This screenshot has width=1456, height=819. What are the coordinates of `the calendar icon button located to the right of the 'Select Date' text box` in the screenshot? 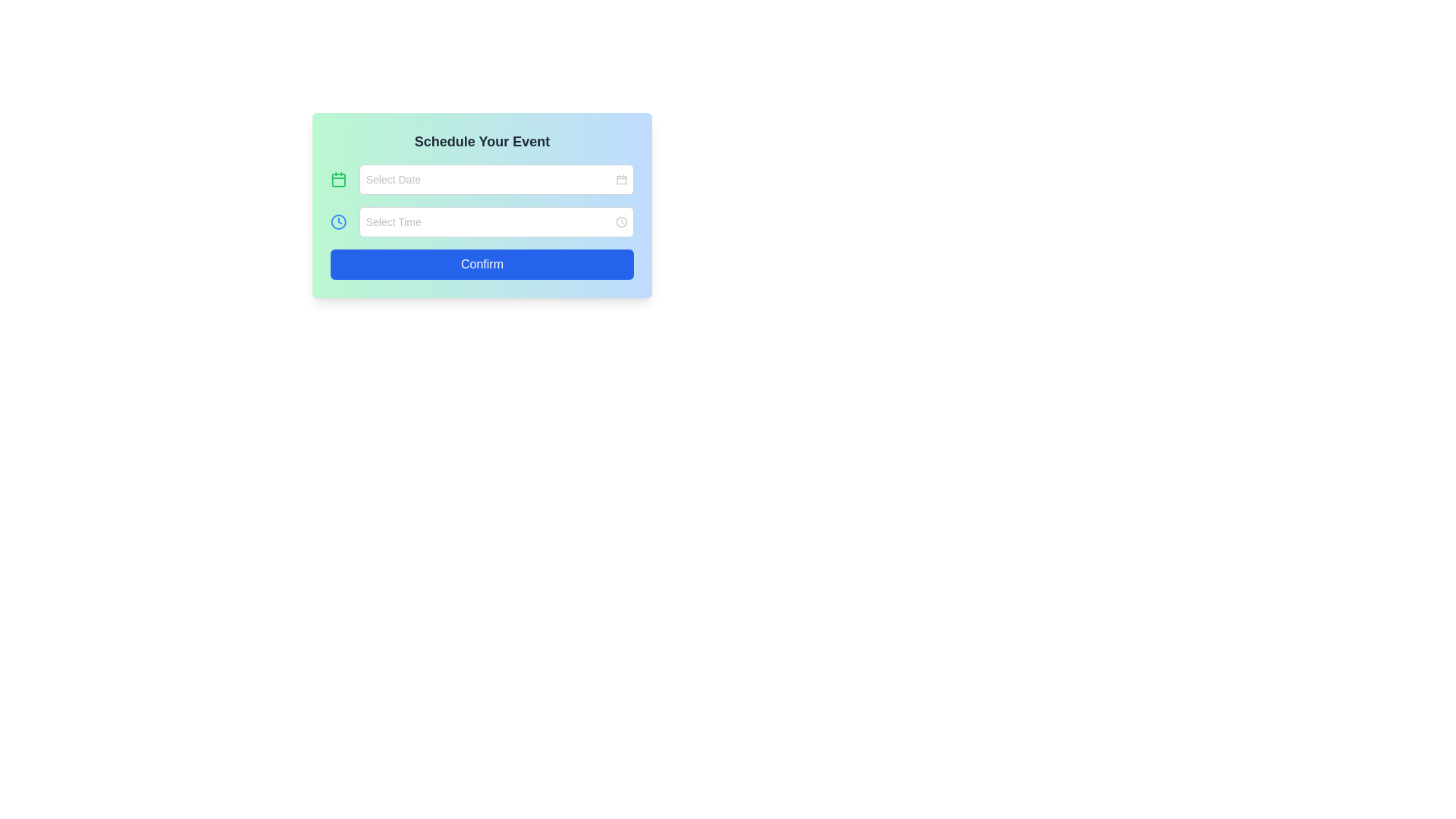 It's located at (622, 178).